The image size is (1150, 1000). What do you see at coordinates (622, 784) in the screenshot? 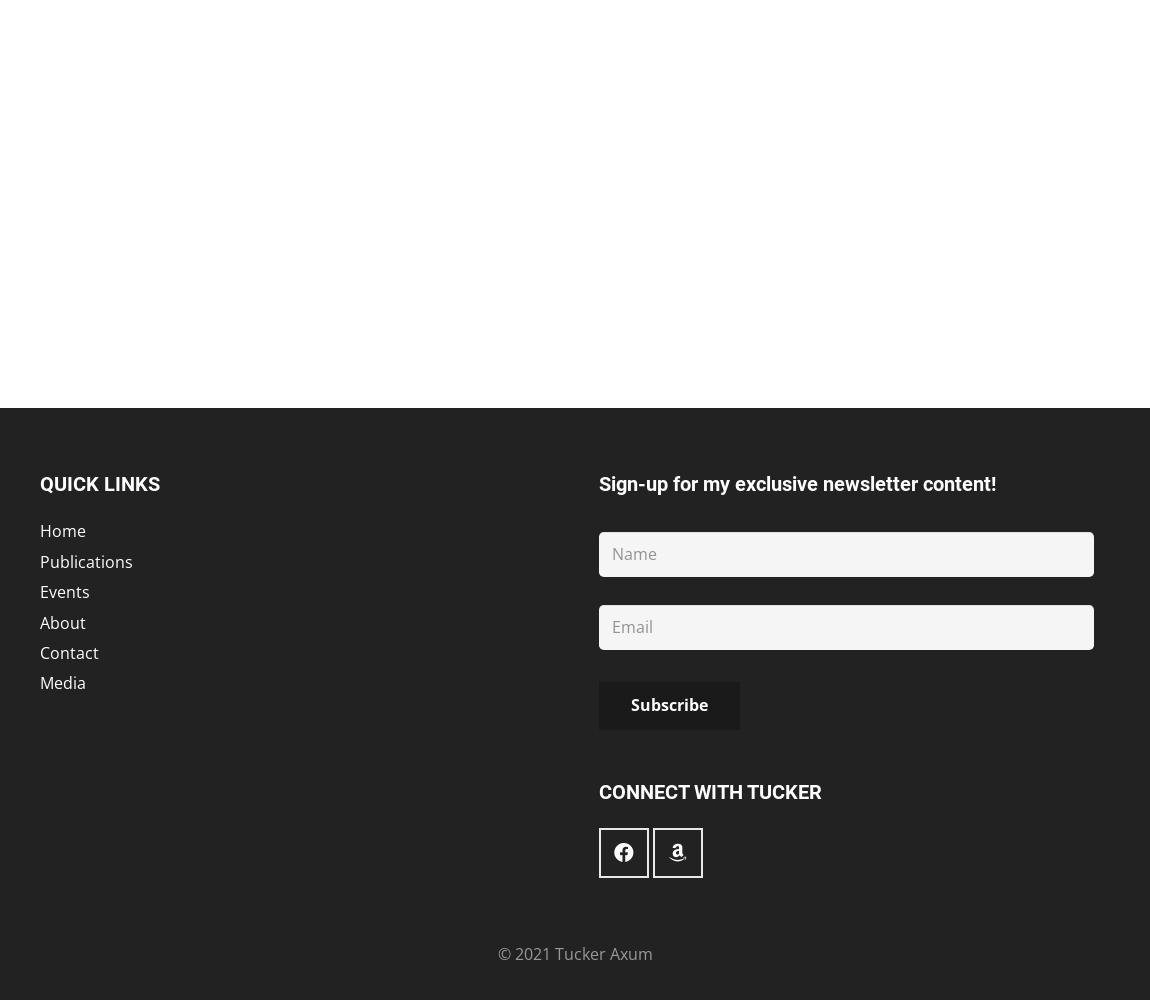
I see `'Facebook'` at bounding box center [622, 784].